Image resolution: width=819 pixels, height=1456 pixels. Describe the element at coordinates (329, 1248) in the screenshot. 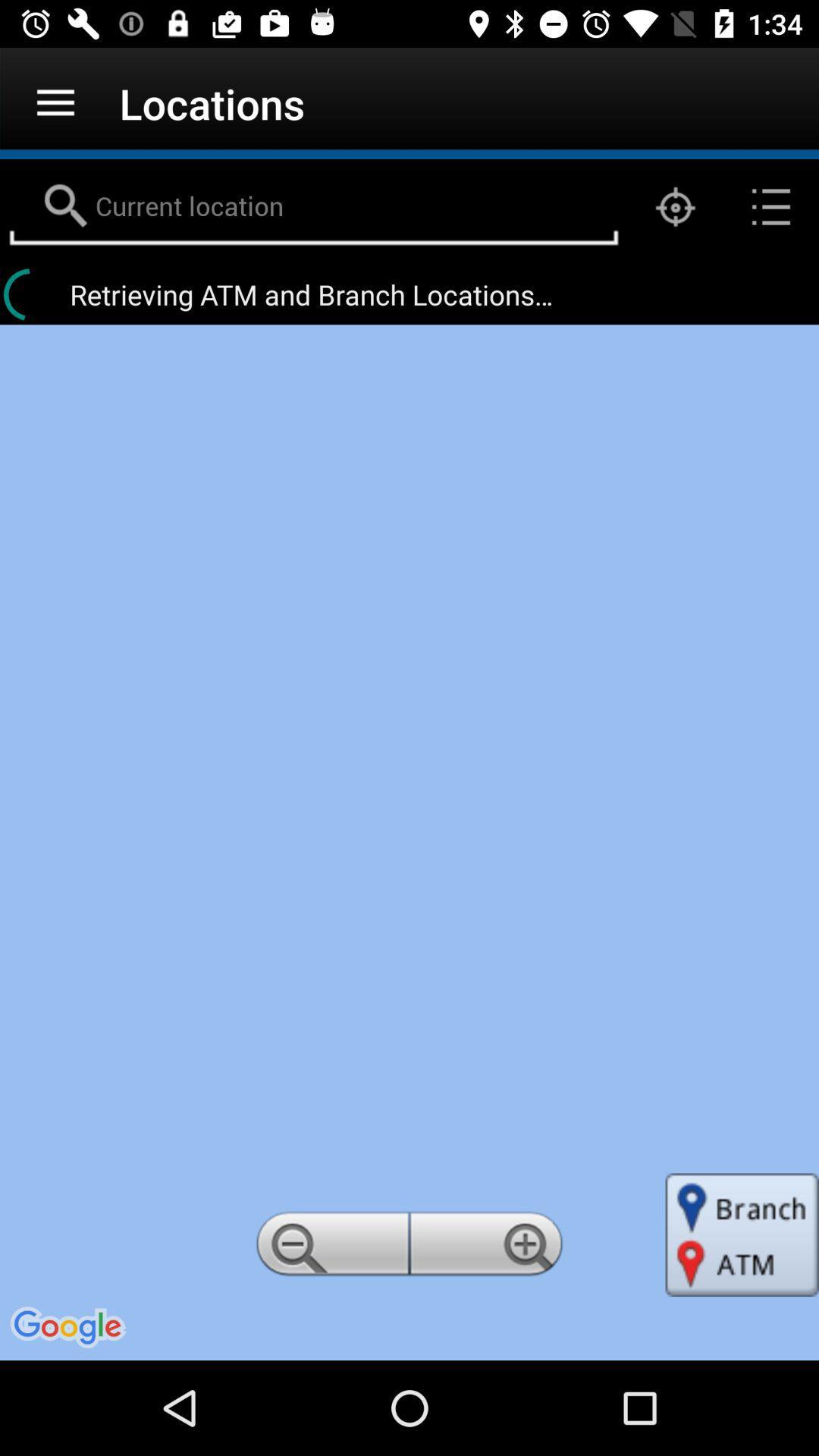

I see `decrease zoom` at that location.